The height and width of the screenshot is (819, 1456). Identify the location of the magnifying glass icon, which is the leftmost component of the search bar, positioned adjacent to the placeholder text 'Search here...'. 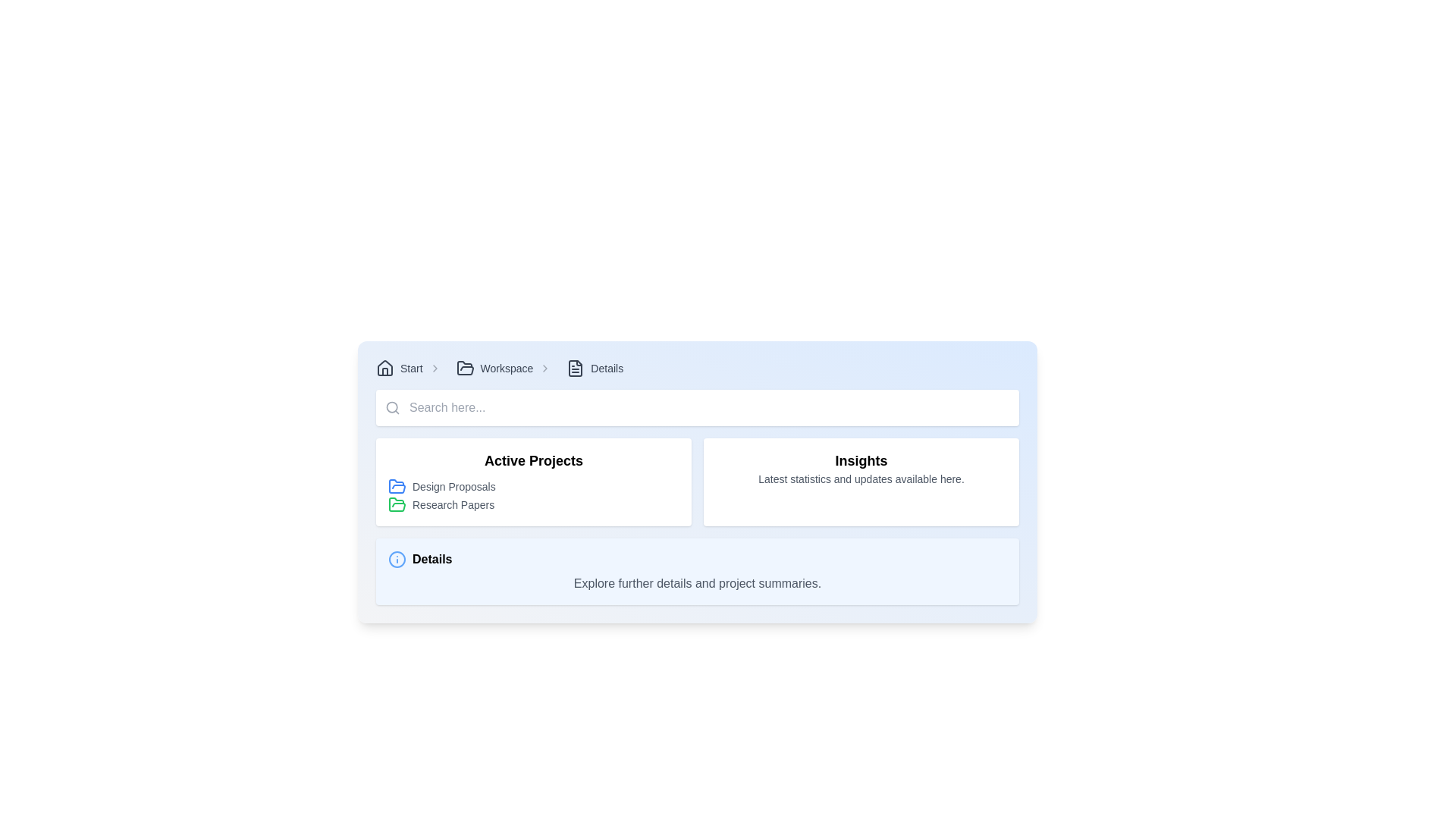
(393, 406).